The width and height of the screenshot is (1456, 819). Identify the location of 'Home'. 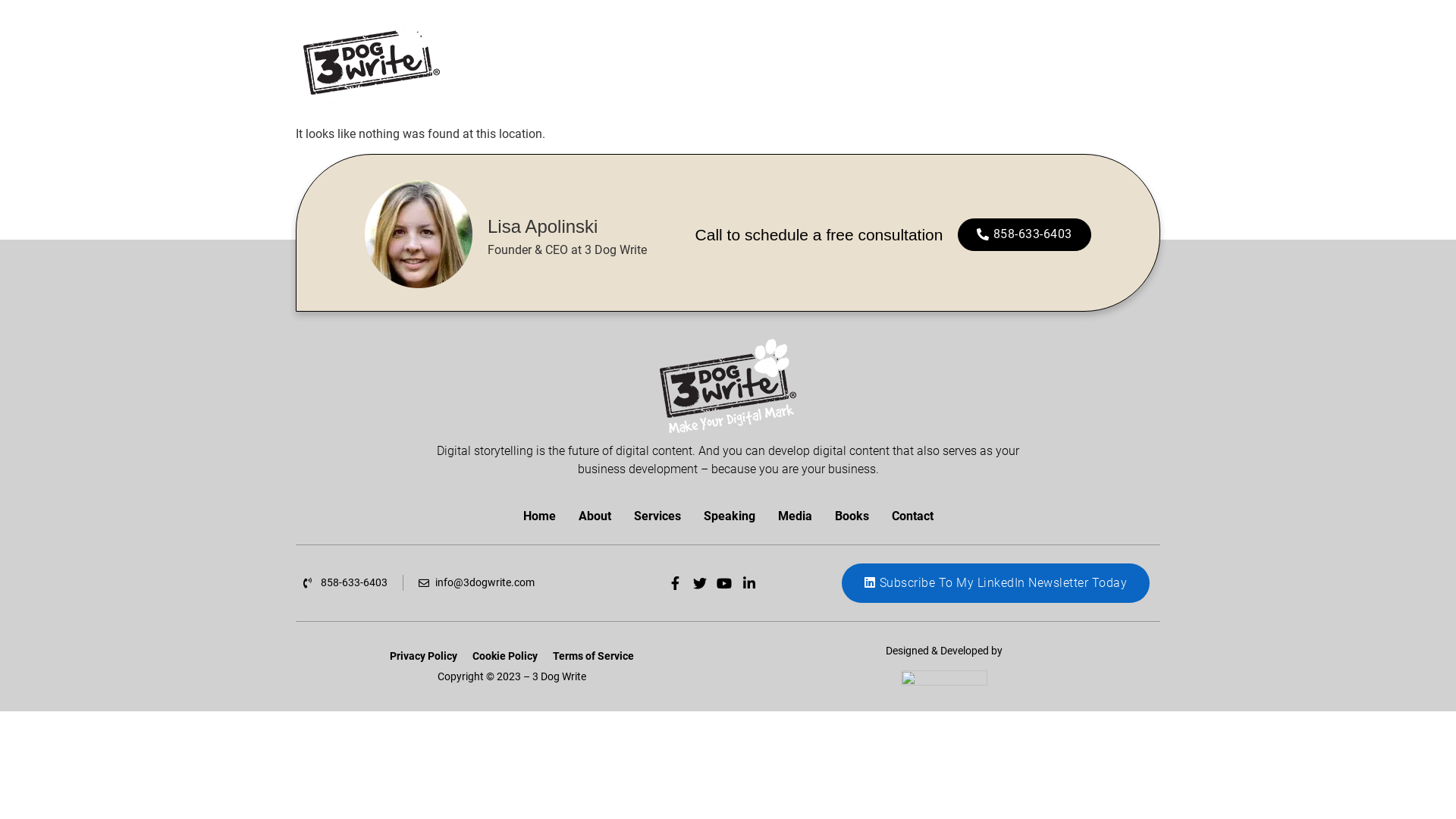
(538, 516).